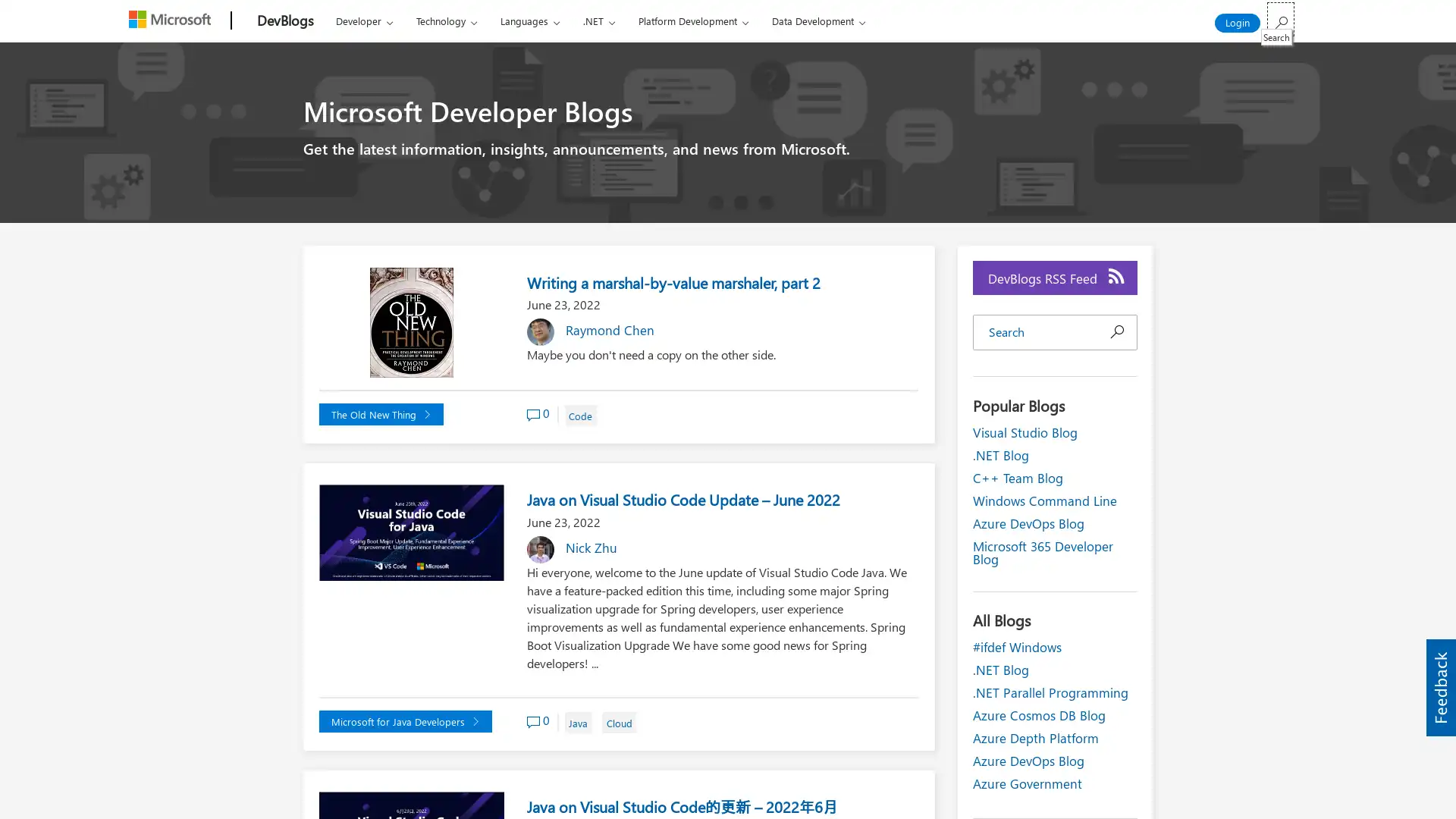  I want to click on Platform Development, so click(692, 20).